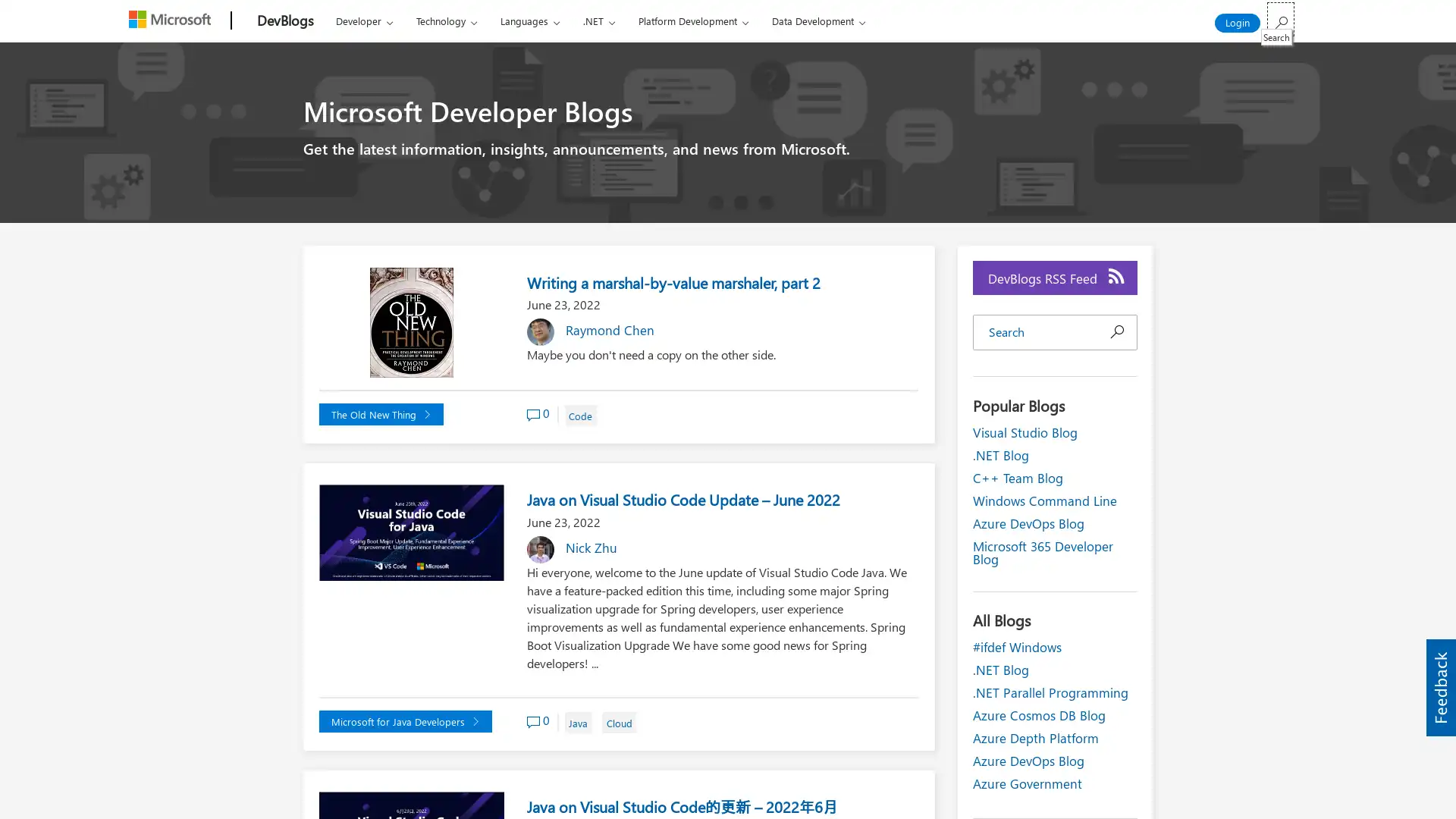  I want to click on Platform Development, so click(692, 20).